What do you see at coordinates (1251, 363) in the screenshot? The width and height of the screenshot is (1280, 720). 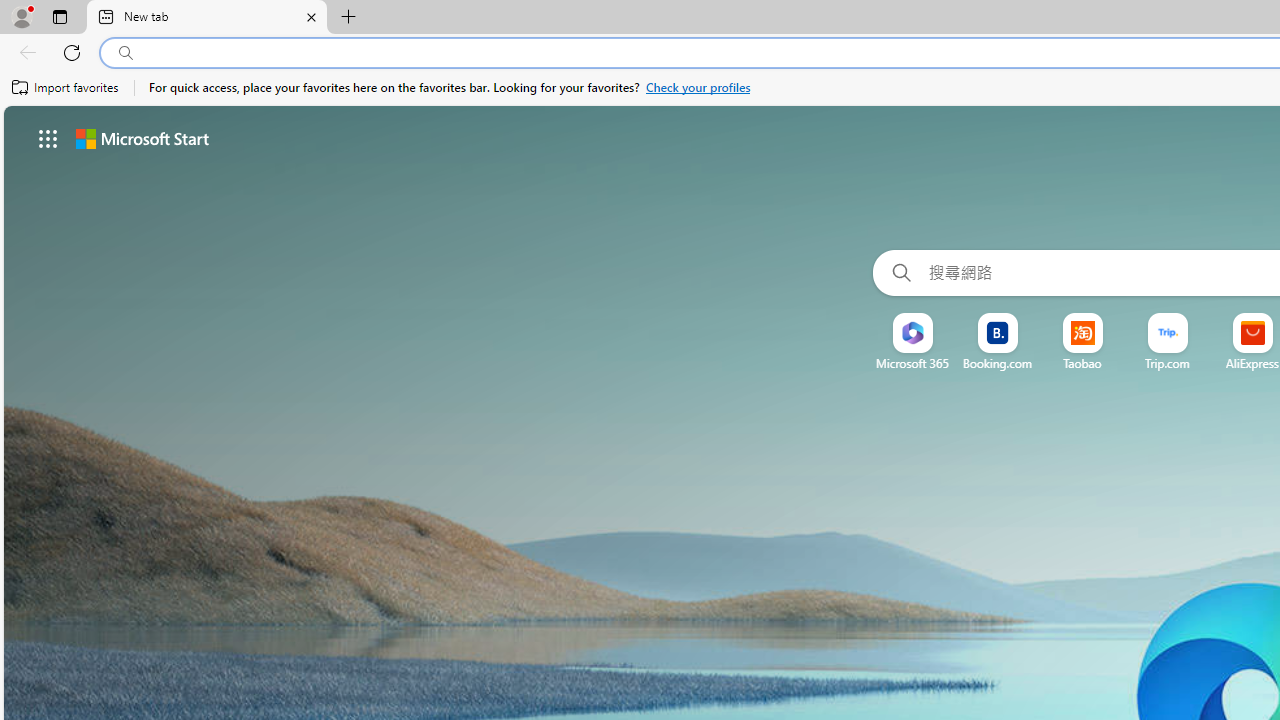 I see `'AliExpress'` at bounding box center [1251, 363].